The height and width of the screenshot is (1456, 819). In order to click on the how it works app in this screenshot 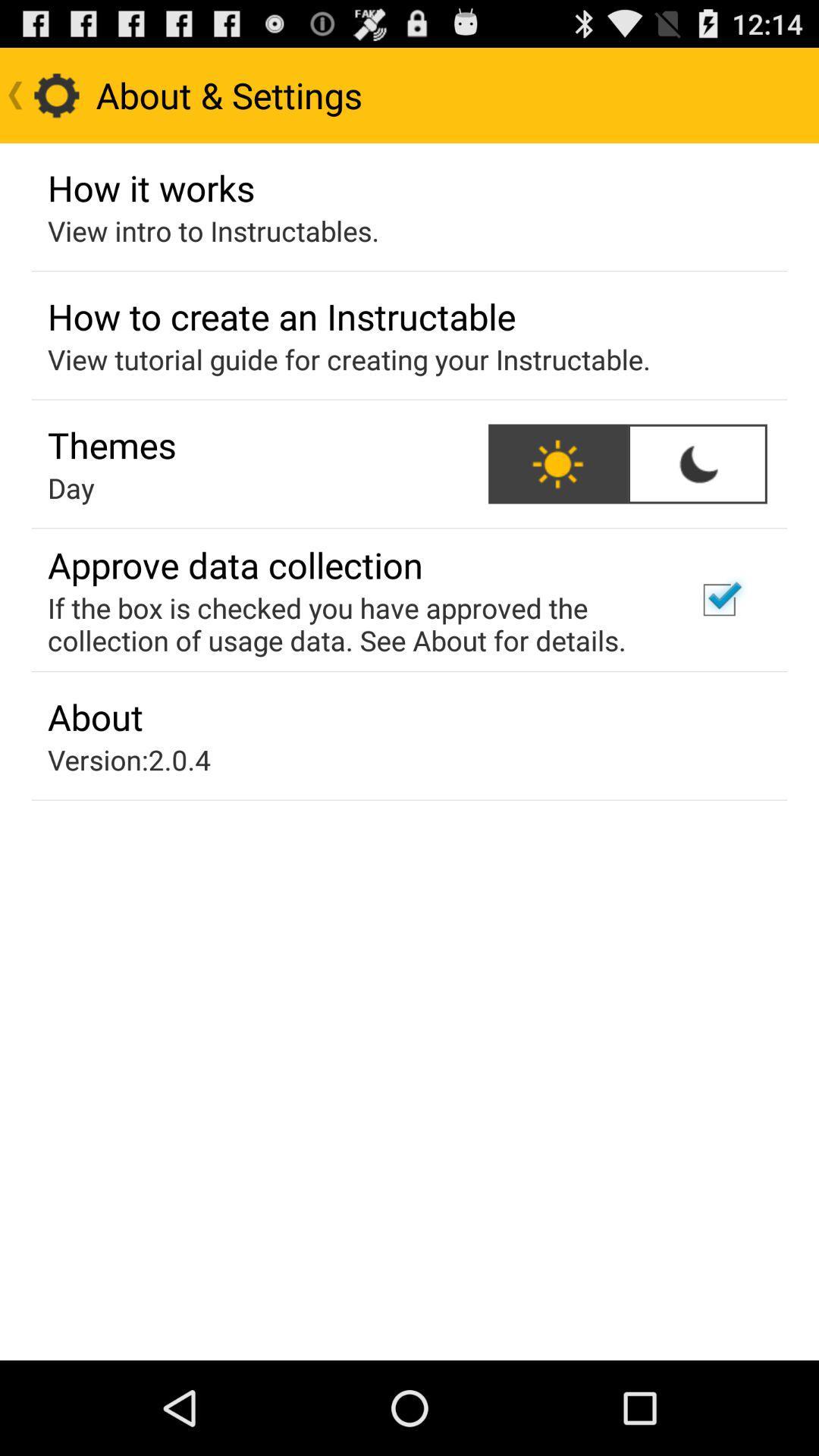, I will do `click(151, 187)`.